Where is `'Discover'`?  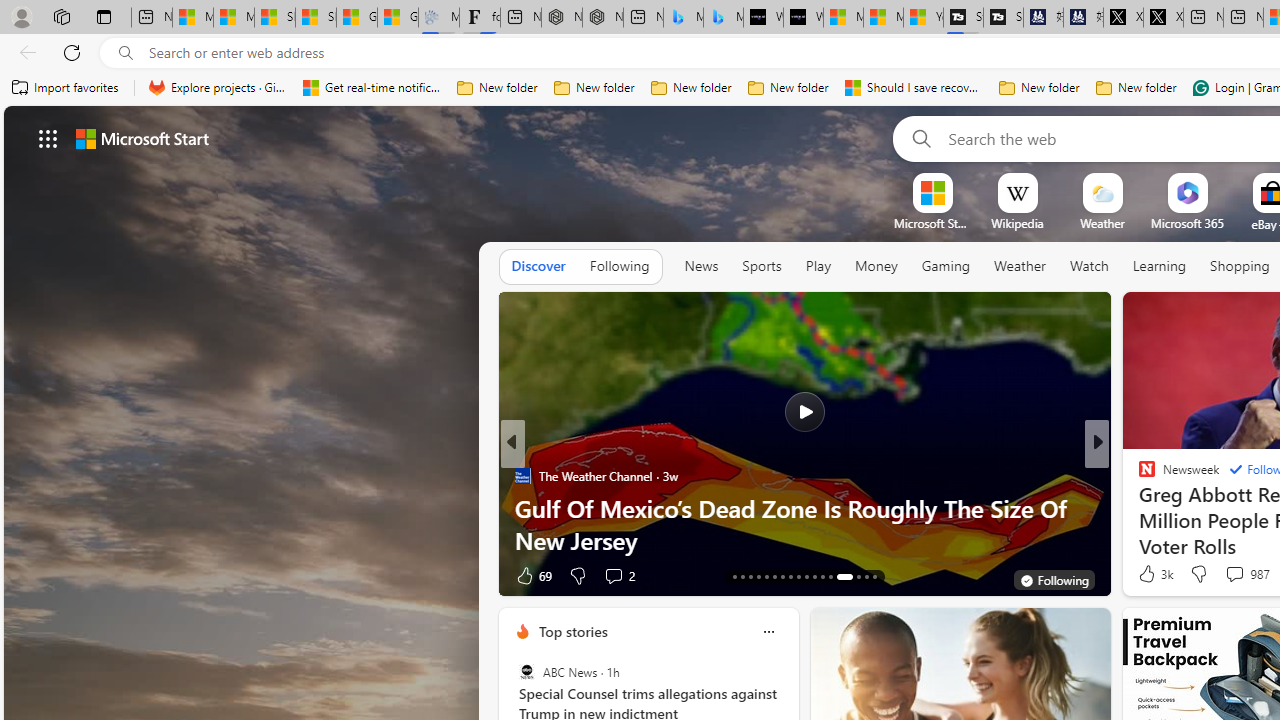 'Discover' is located at coordinates (538, 265).